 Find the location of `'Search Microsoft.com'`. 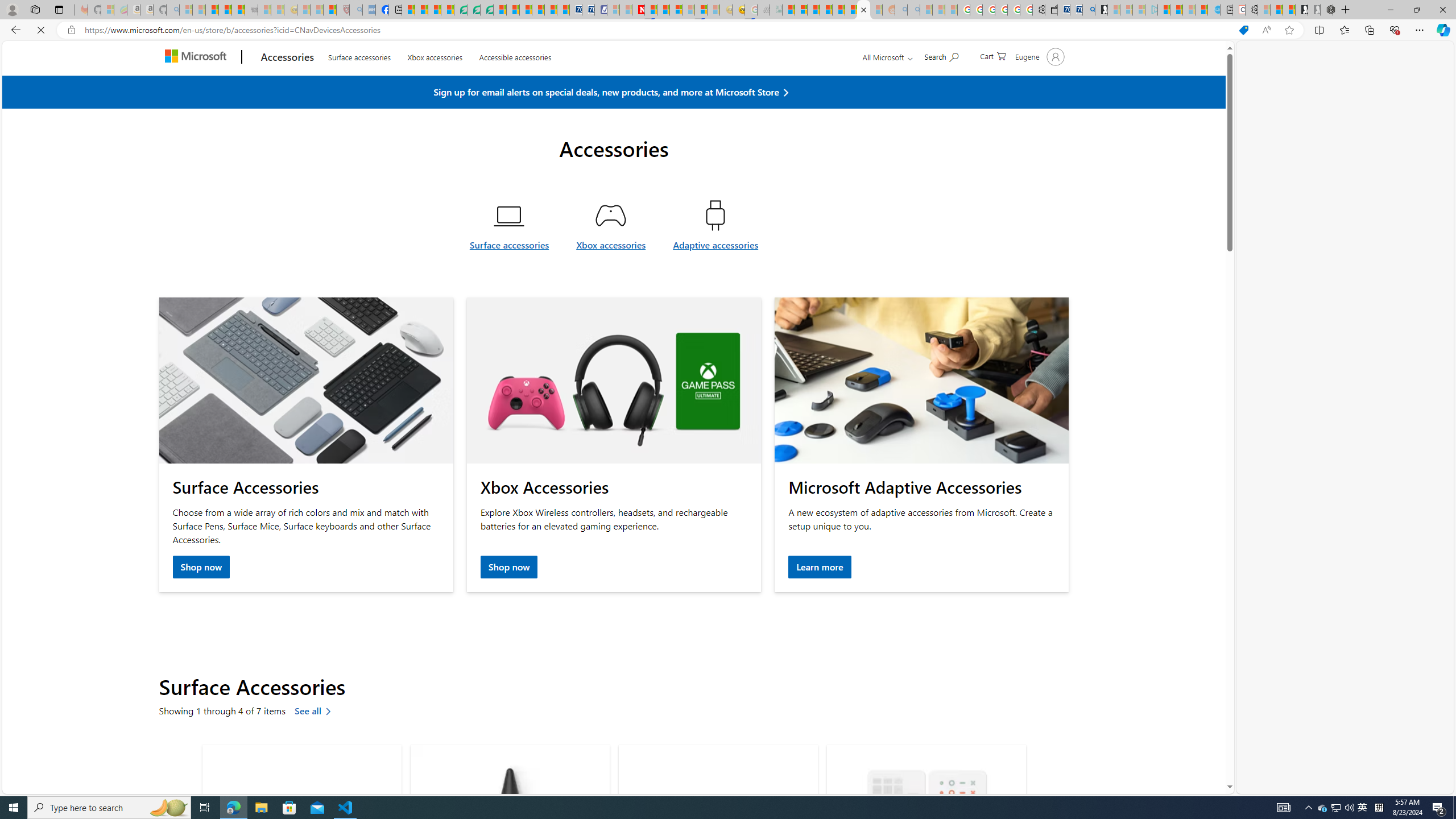

'Search Microsoft.com' is located at coordinates (941, 82).